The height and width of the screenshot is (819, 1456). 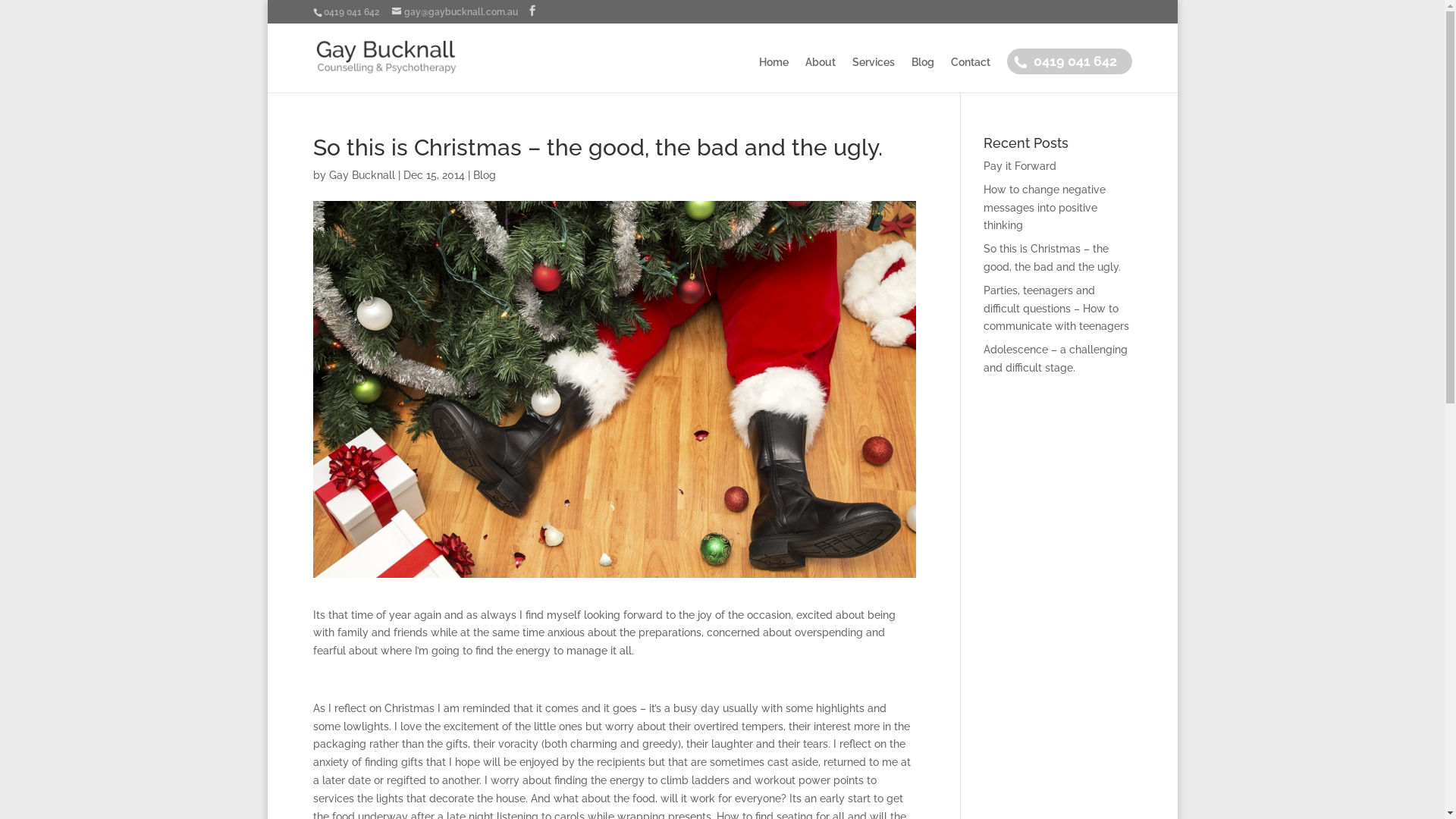 I want to click on 'Pay it Forward', so click(x=1019, y=166).